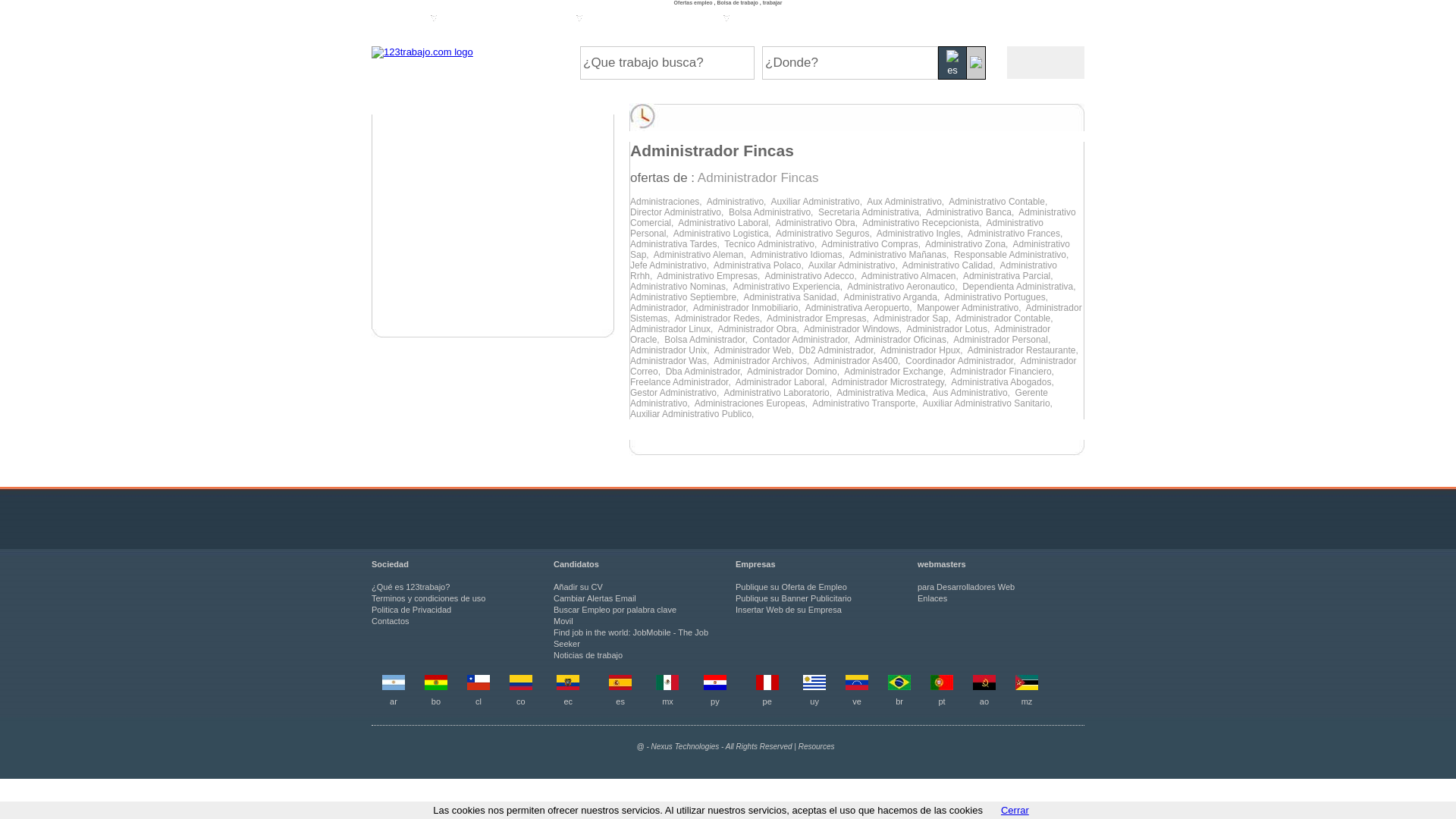 The width and height of the screenshot is (1456, 819). What do you see at coordinates (492, 225) in the screenshot?
I see `'Advertisement'` at bounding box center [492, 225].